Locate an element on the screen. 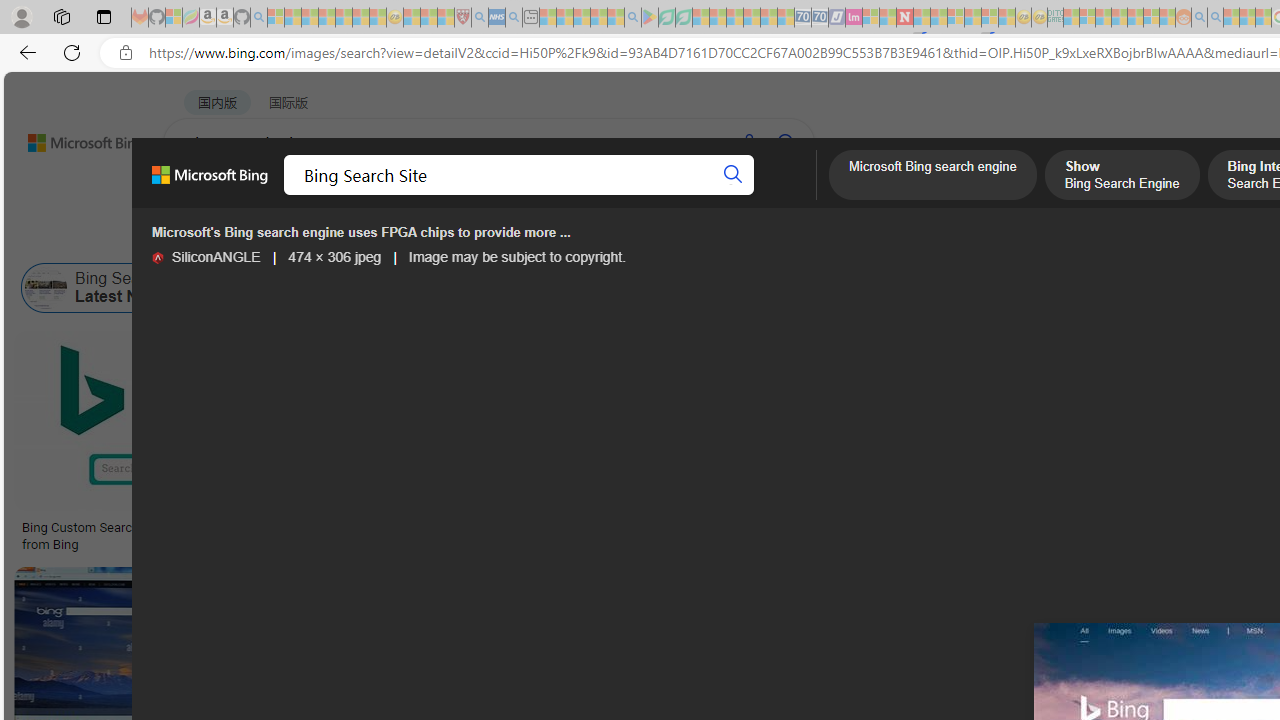  'New Report Confirms 2023 Was Record Hot | Watch - Sleeping' is located at coordinates (343, 17).